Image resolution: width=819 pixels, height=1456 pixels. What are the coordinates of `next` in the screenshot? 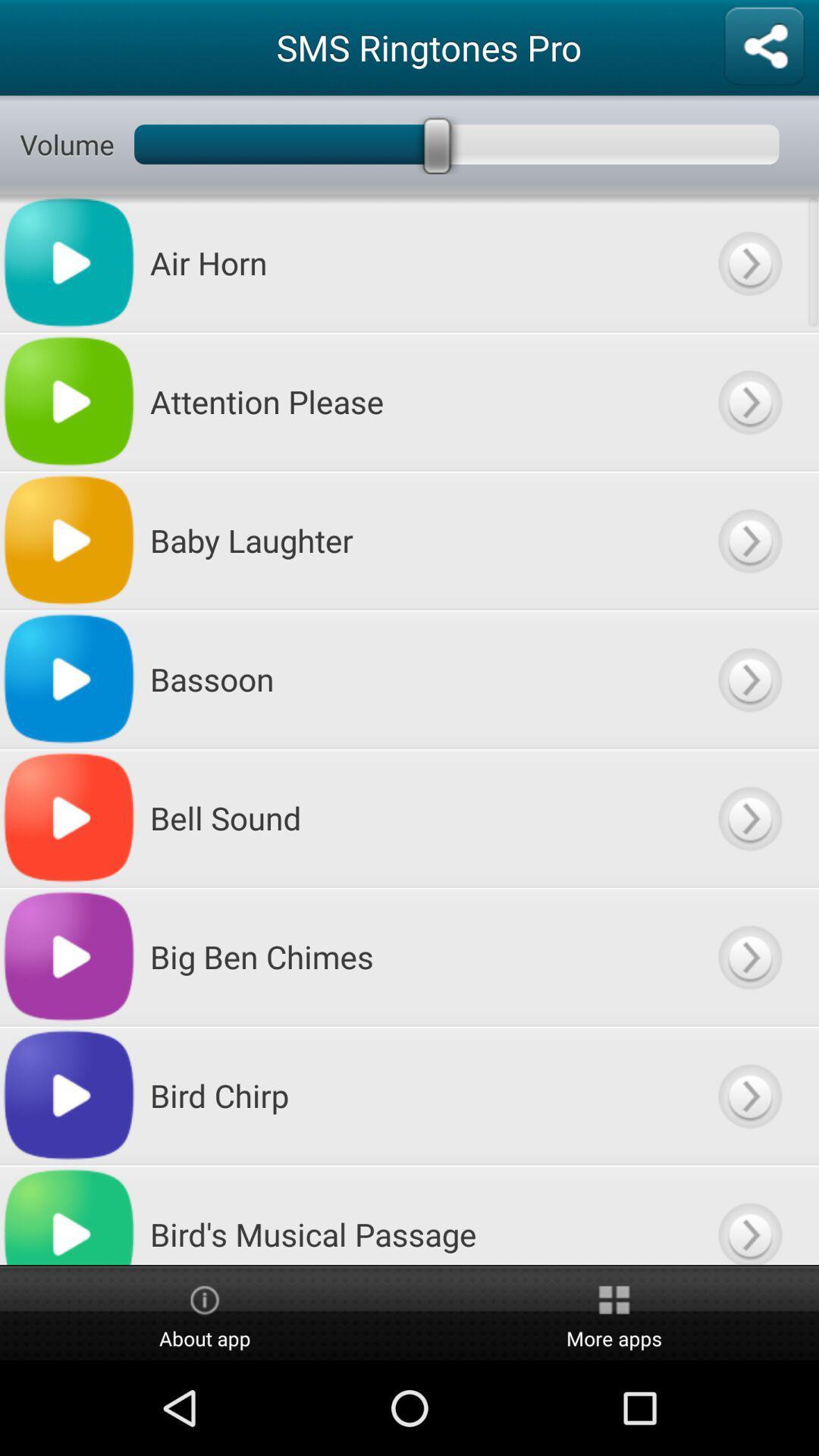 It's located at (748, 1215).